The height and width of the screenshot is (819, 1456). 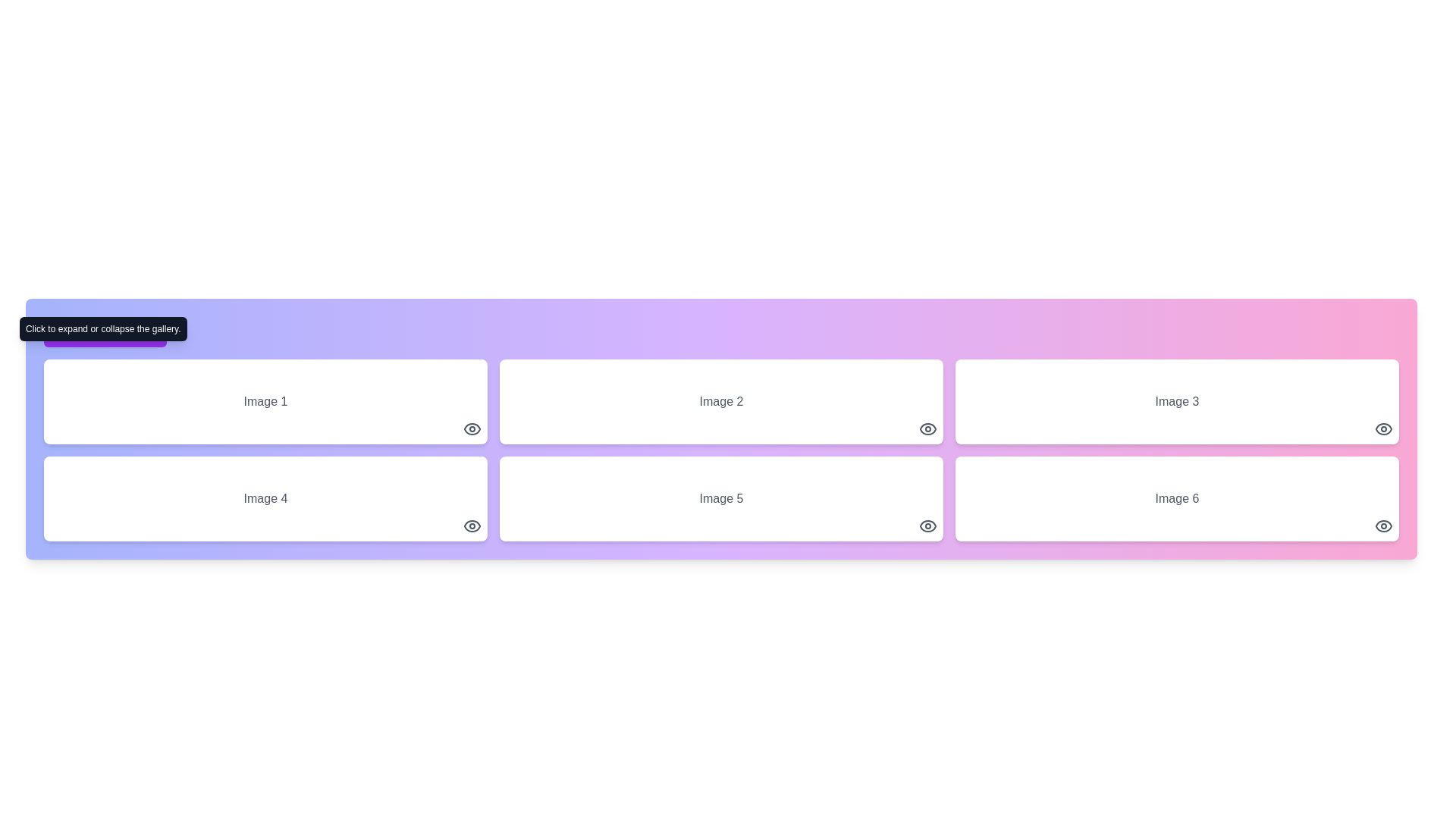 What do you see at coordinates (1176, 499) in the screenshot?
I see `the text label displaying 'Image 6' in gray color, located in the bottom-right corner of the interface` at bounding box center [1176, 499].